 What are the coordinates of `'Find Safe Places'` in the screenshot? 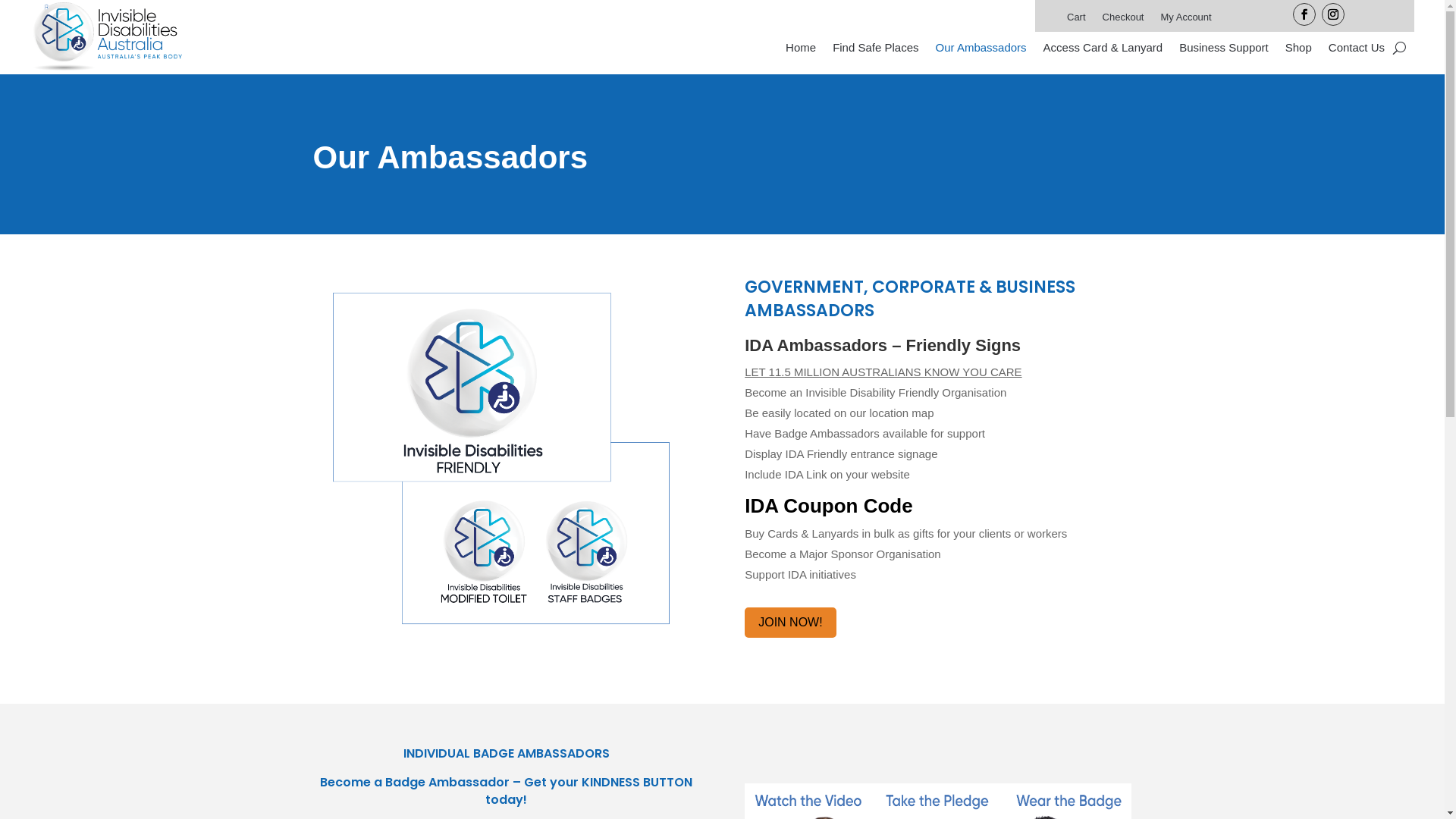 It's located at (875, 49).